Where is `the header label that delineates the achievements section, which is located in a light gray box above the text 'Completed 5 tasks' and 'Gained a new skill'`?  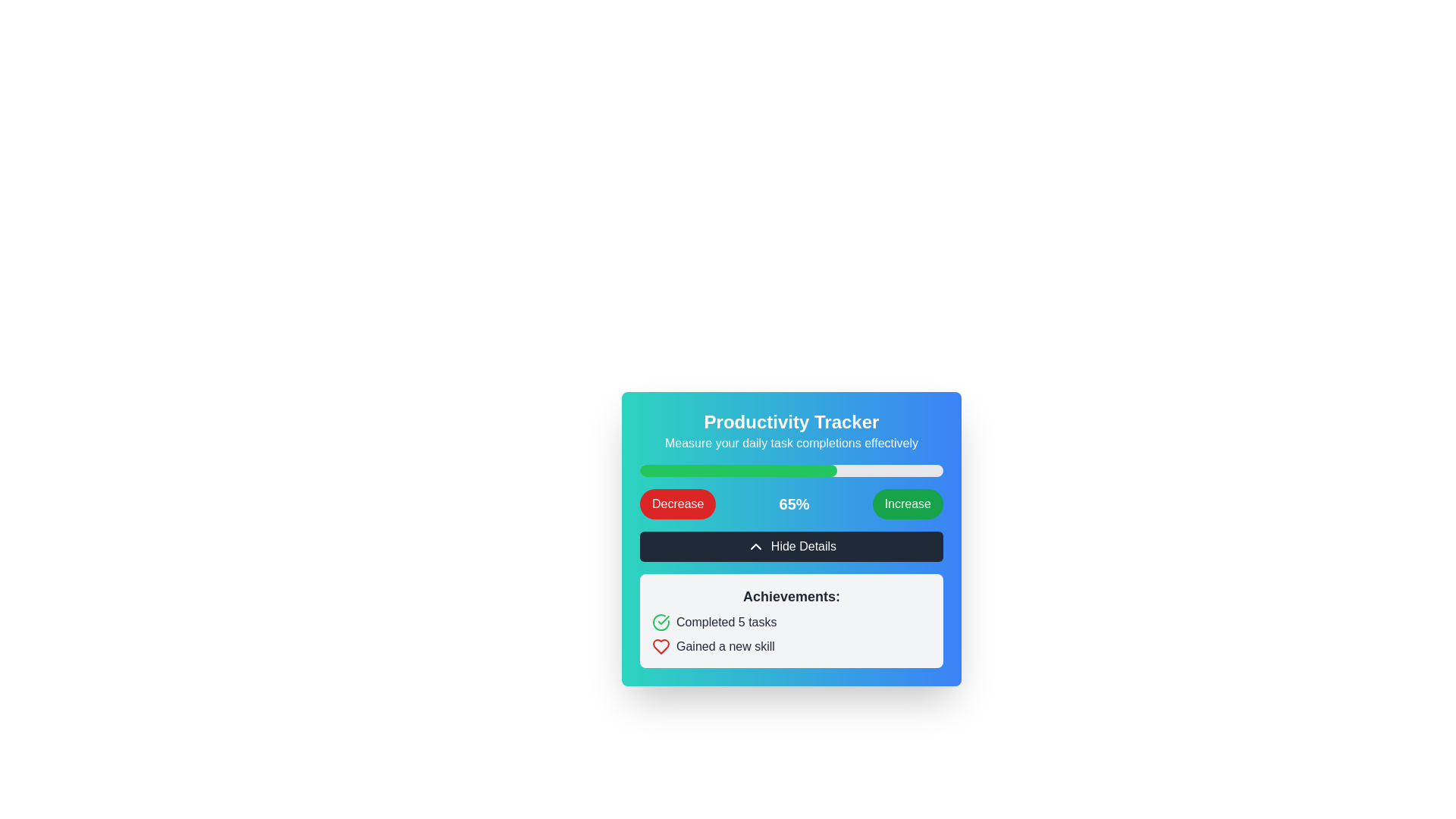 the header label that delineates the achievements section, which is located in a light gray box above the text 'Completed 5 tasks' and 'Gained a new skill' is located at coordinates (790, 595).